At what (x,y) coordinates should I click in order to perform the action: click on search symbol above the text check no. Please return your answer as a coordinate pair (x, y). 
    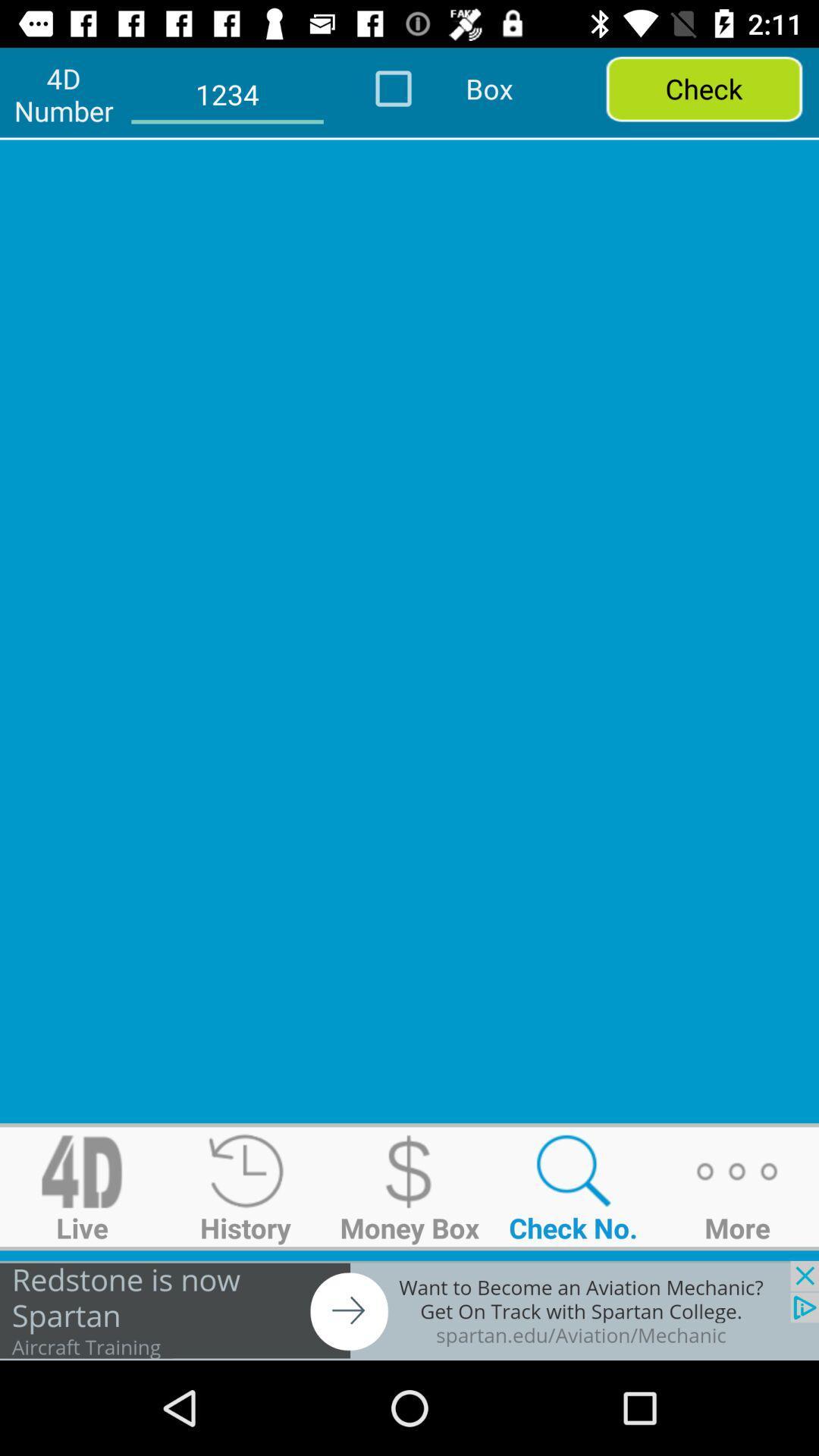
    Looking at the image, I should click on (573, 1171).